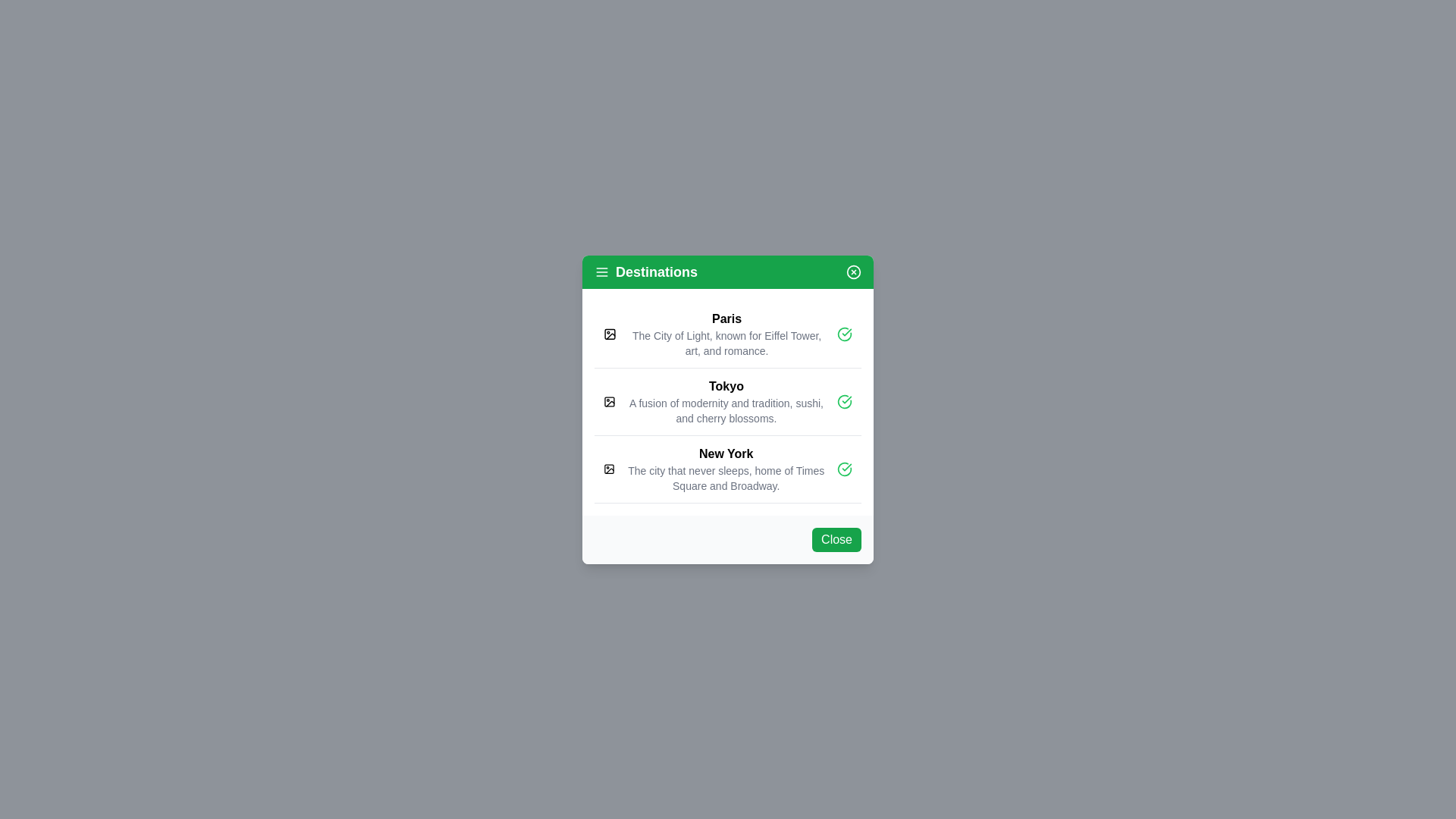 This screenshot has height=819, width=1456. What do you see at coordinates (601, 271) in the screenshot?
I see `the three-line menu icon located at the top left of the green header bar beside the text 'Destinations'` at bounding box center [601, 271].